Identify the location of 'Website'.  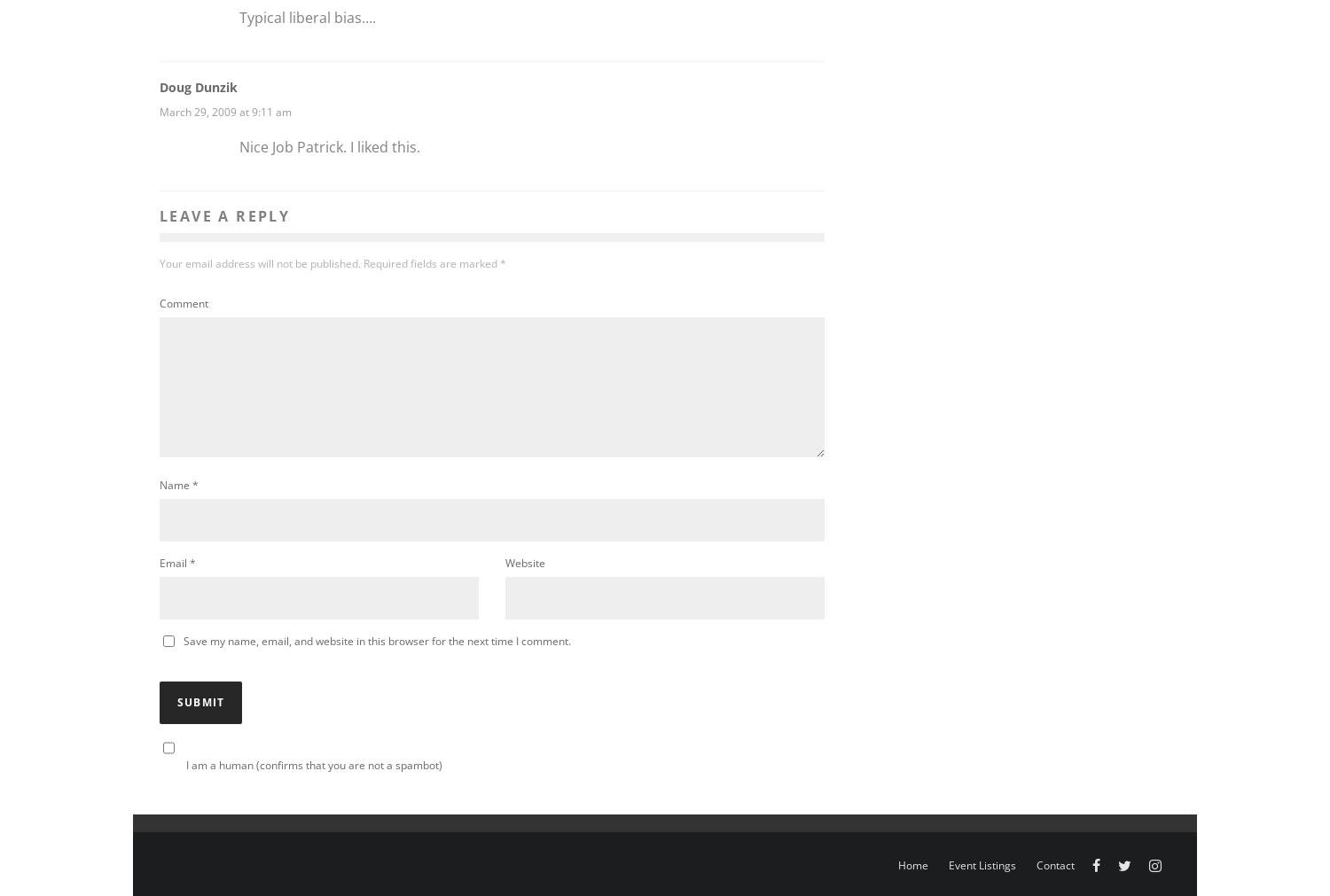
(524, 563).